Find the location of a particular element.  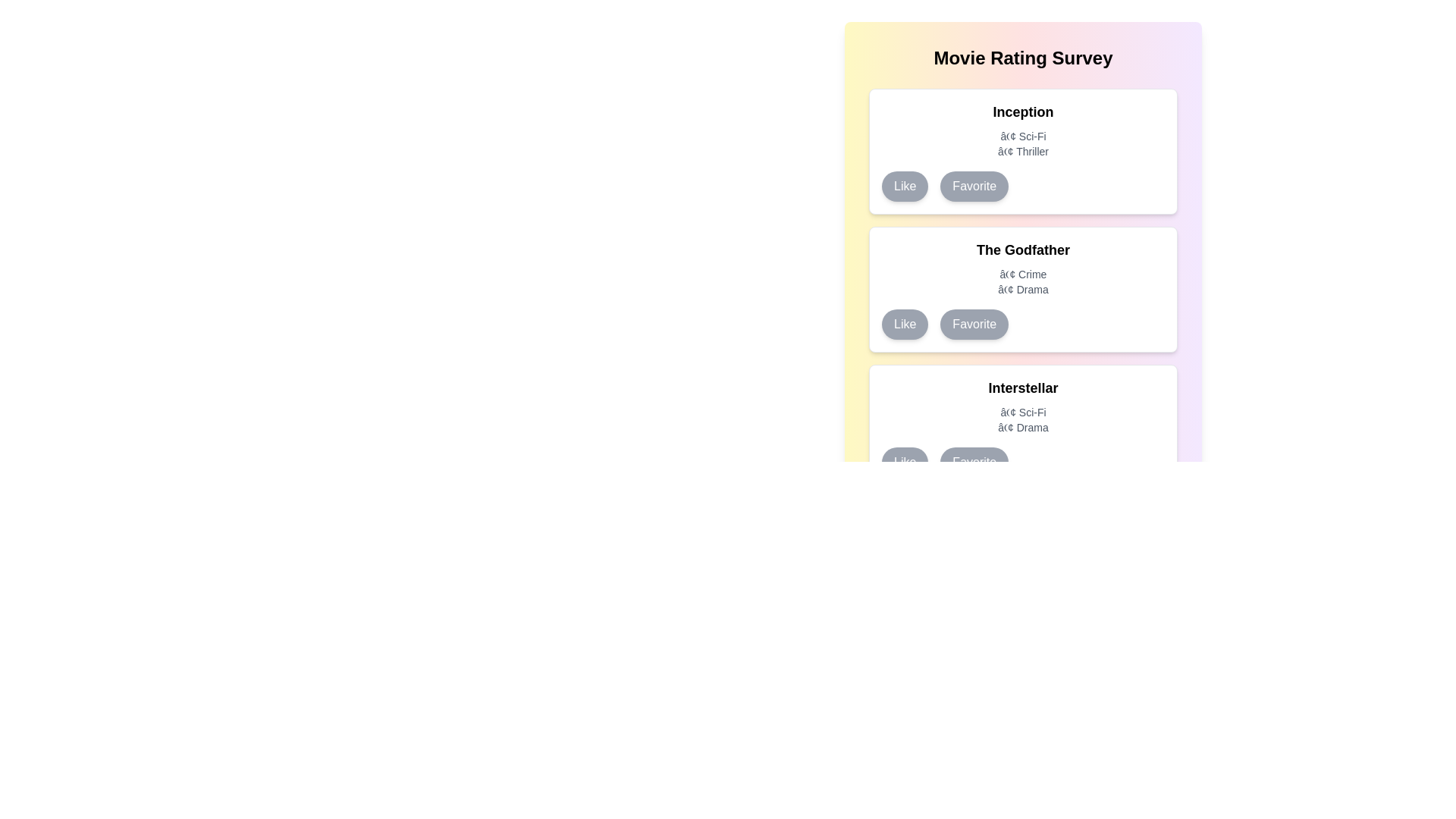

text content of the first Text label indicating that the 'Inception' movie falls under the 'Sci-Fi' genre is located at coordinates (1023, 136).